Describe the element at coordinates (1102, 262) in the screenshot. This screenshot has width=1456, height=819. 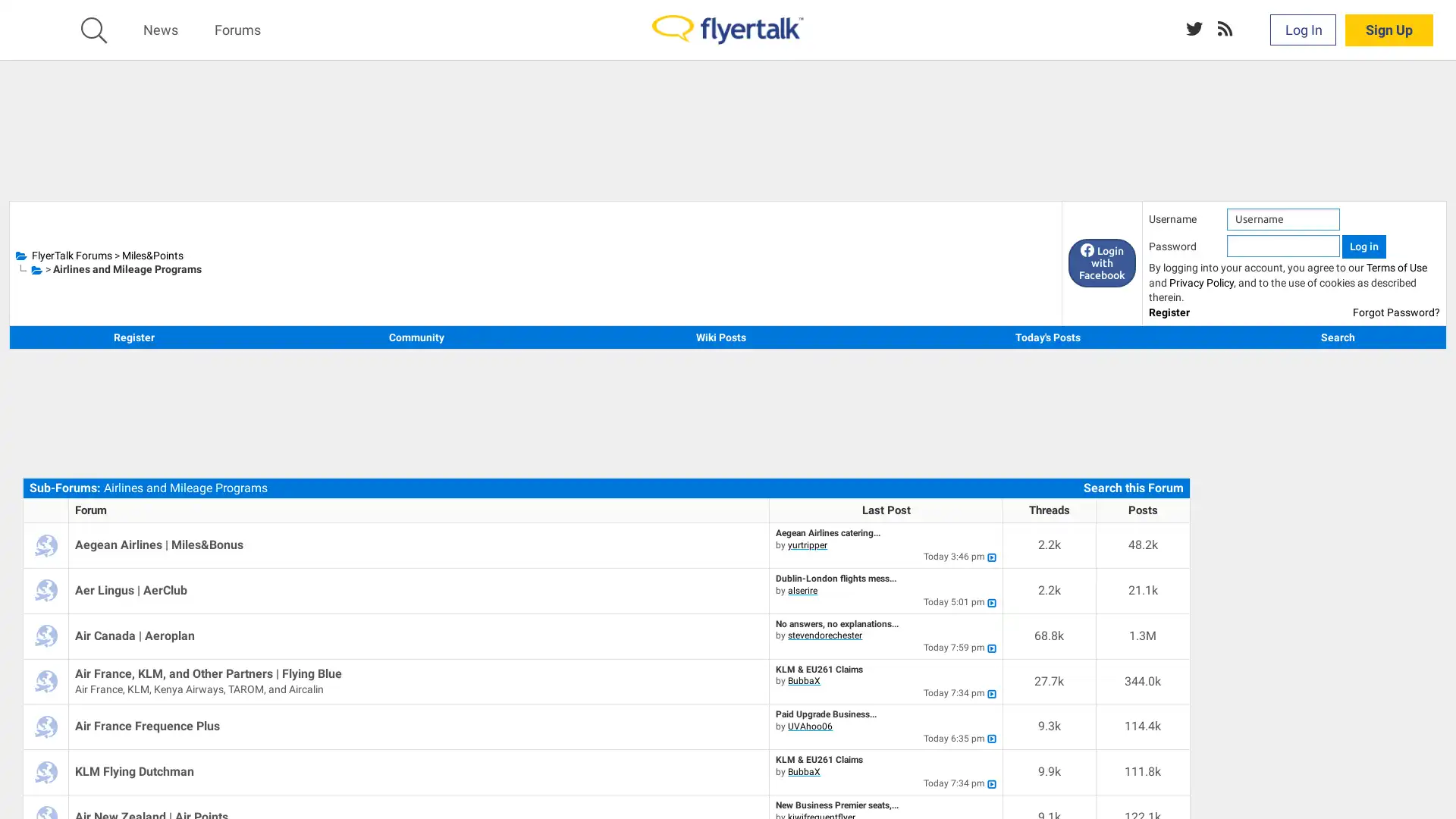
I see `Login with Facebook` at that location.